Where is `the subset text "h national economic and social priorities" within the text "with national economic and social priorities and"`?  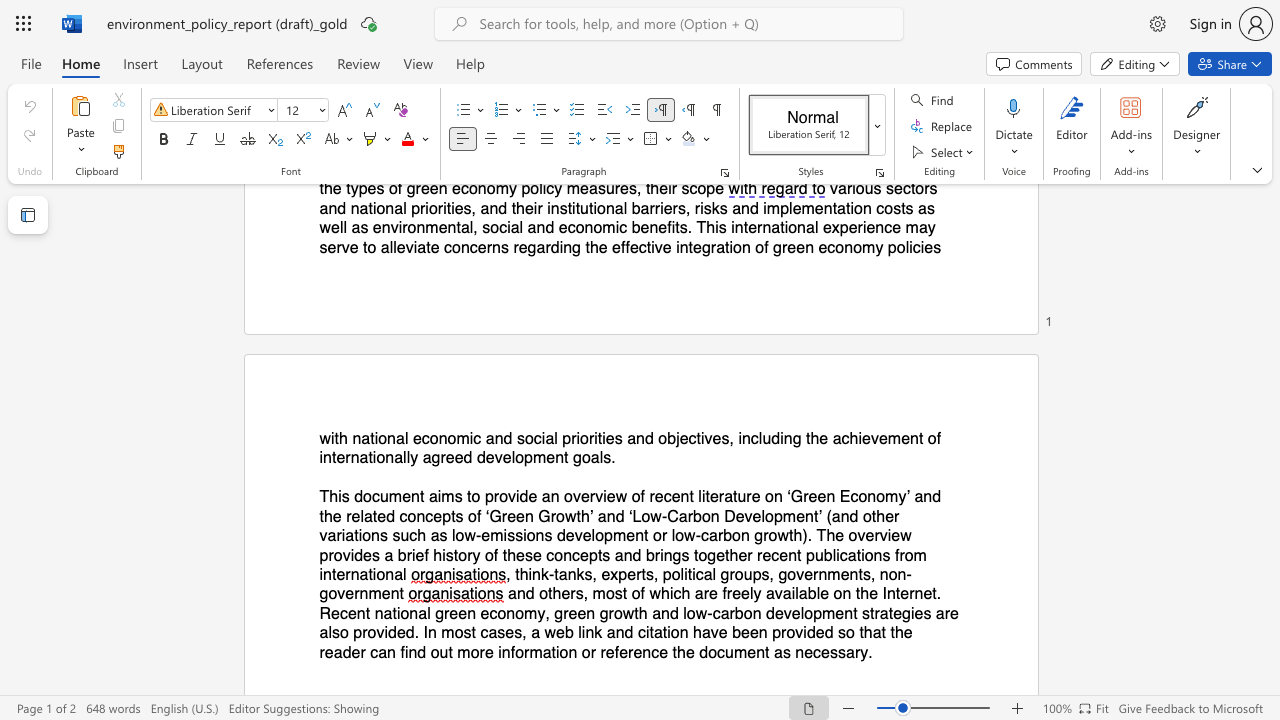
the subset text "h national economic and social priorities" within the text "with national economic and social priorities and" is located at coordinates (339, 437).